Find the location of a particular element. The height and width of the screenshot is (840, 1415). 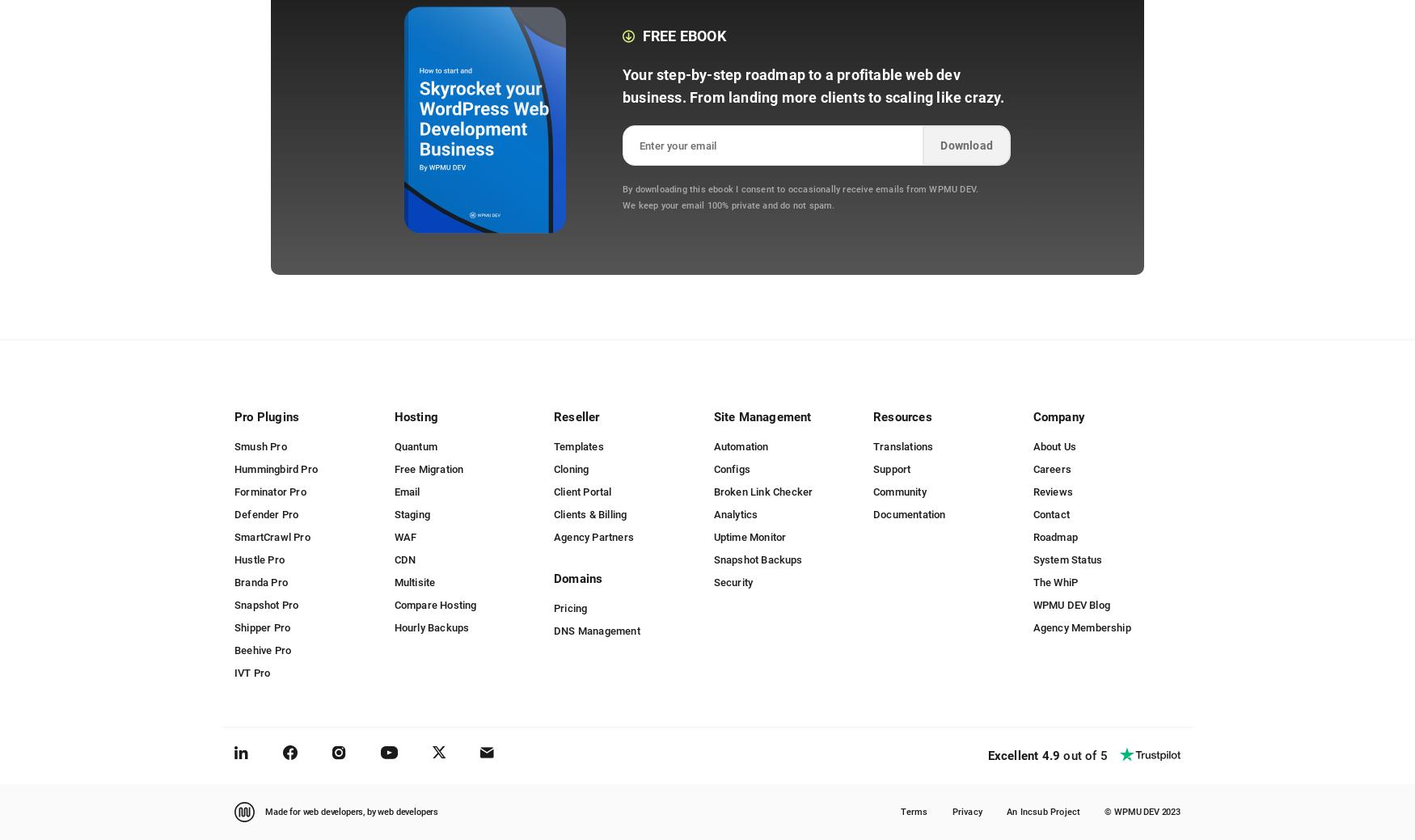

'Security' is located at coordinates (732, 580).